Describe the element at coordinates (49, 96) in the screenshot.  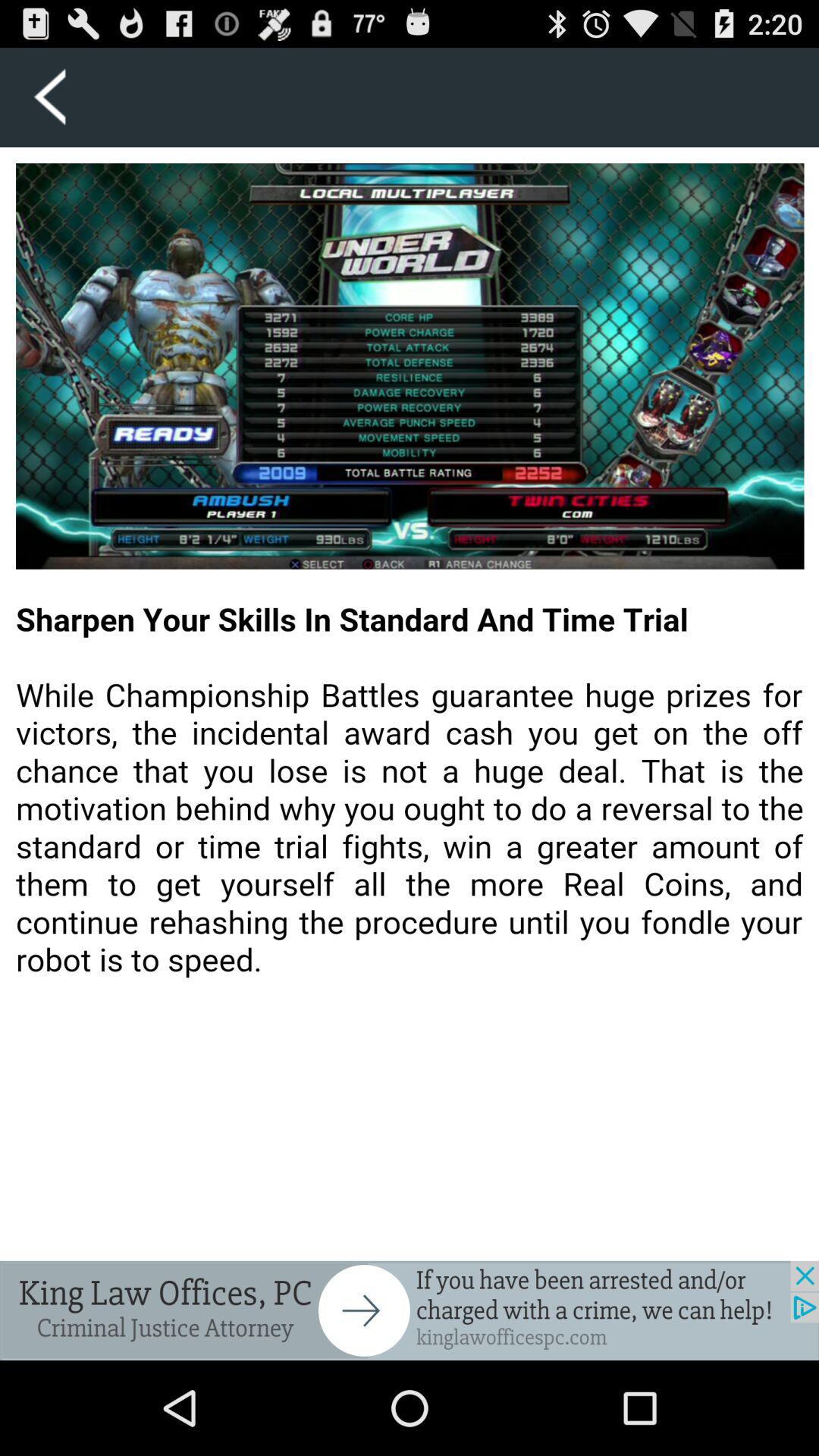
I see `go back` at that location.